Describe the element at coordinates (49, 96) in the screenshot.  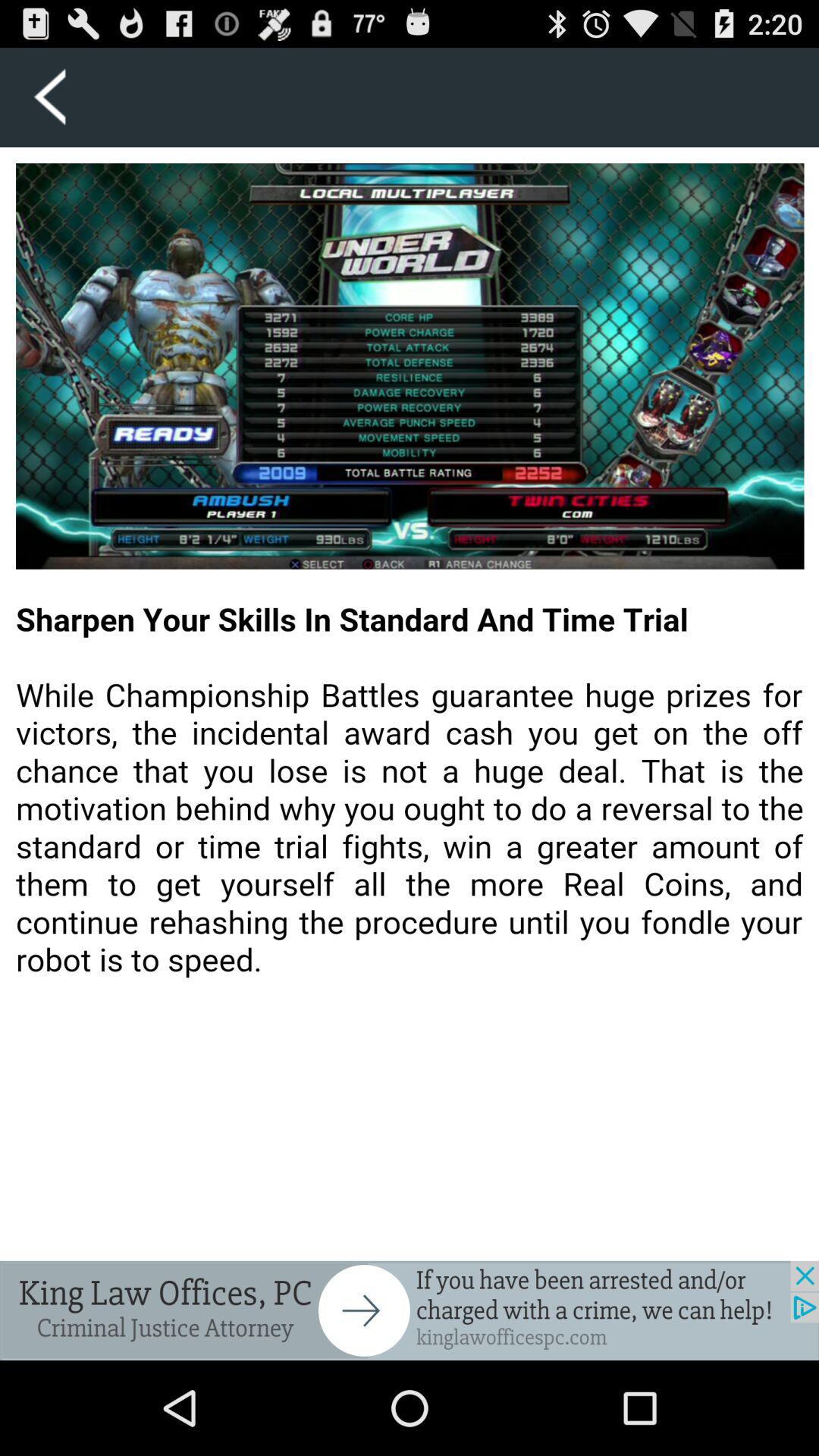
I see `go back` at that location.